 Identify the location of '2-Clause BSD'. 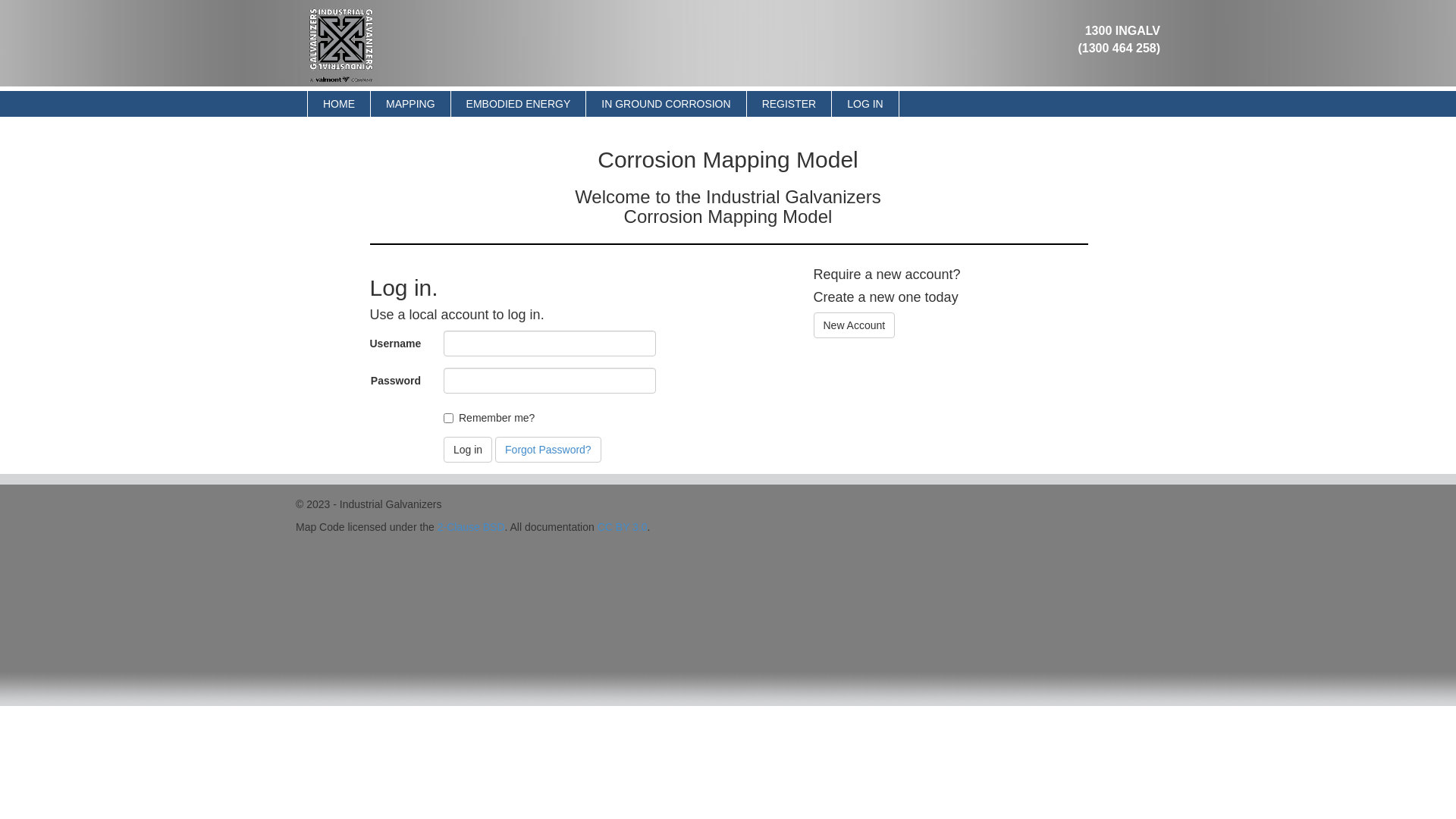
(470, 526).